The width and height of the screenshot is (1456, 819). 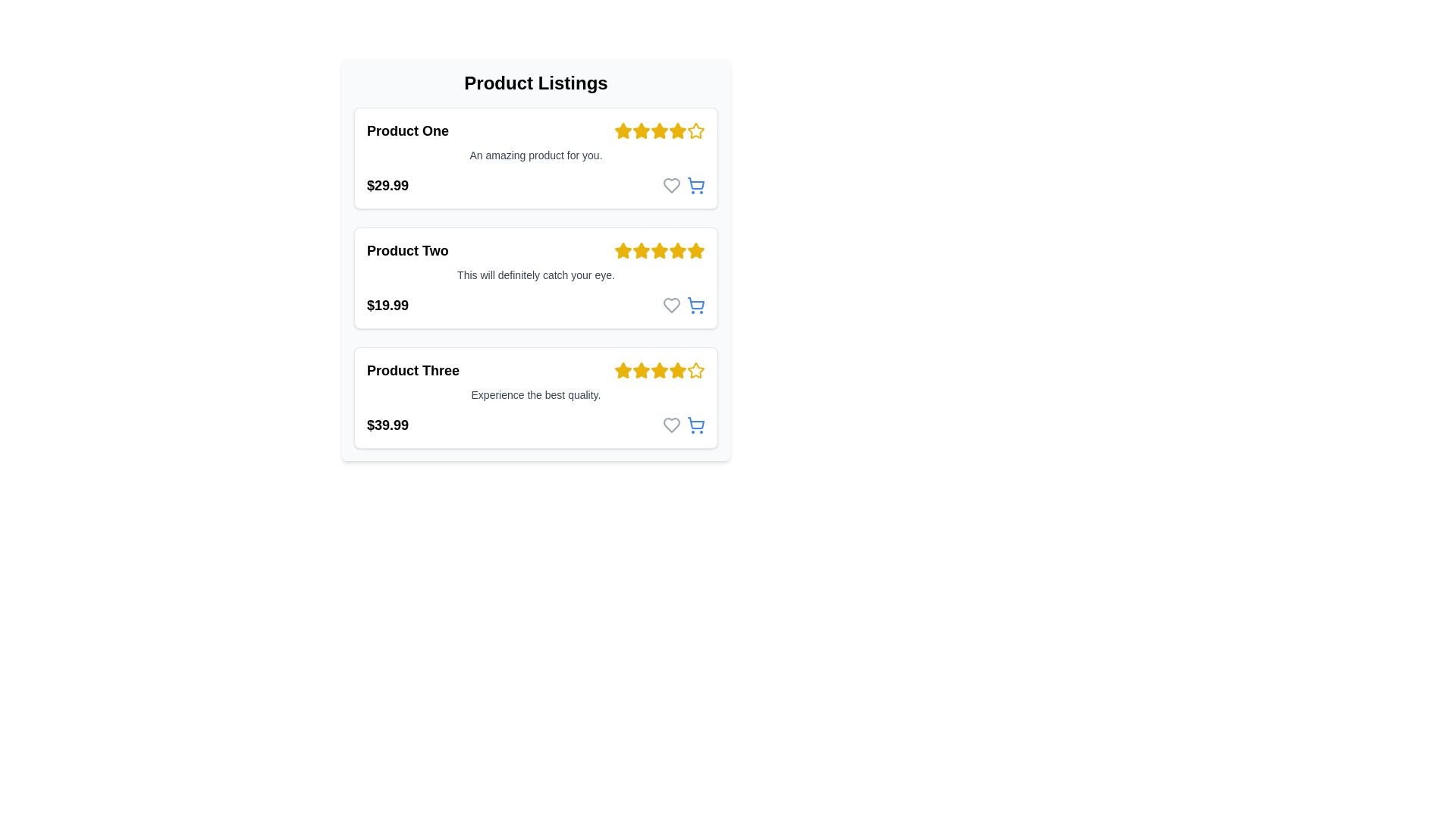 I want to click on the third yellow star icon in the five-star rating system for 'Product Three', so click(x=641, y=371).